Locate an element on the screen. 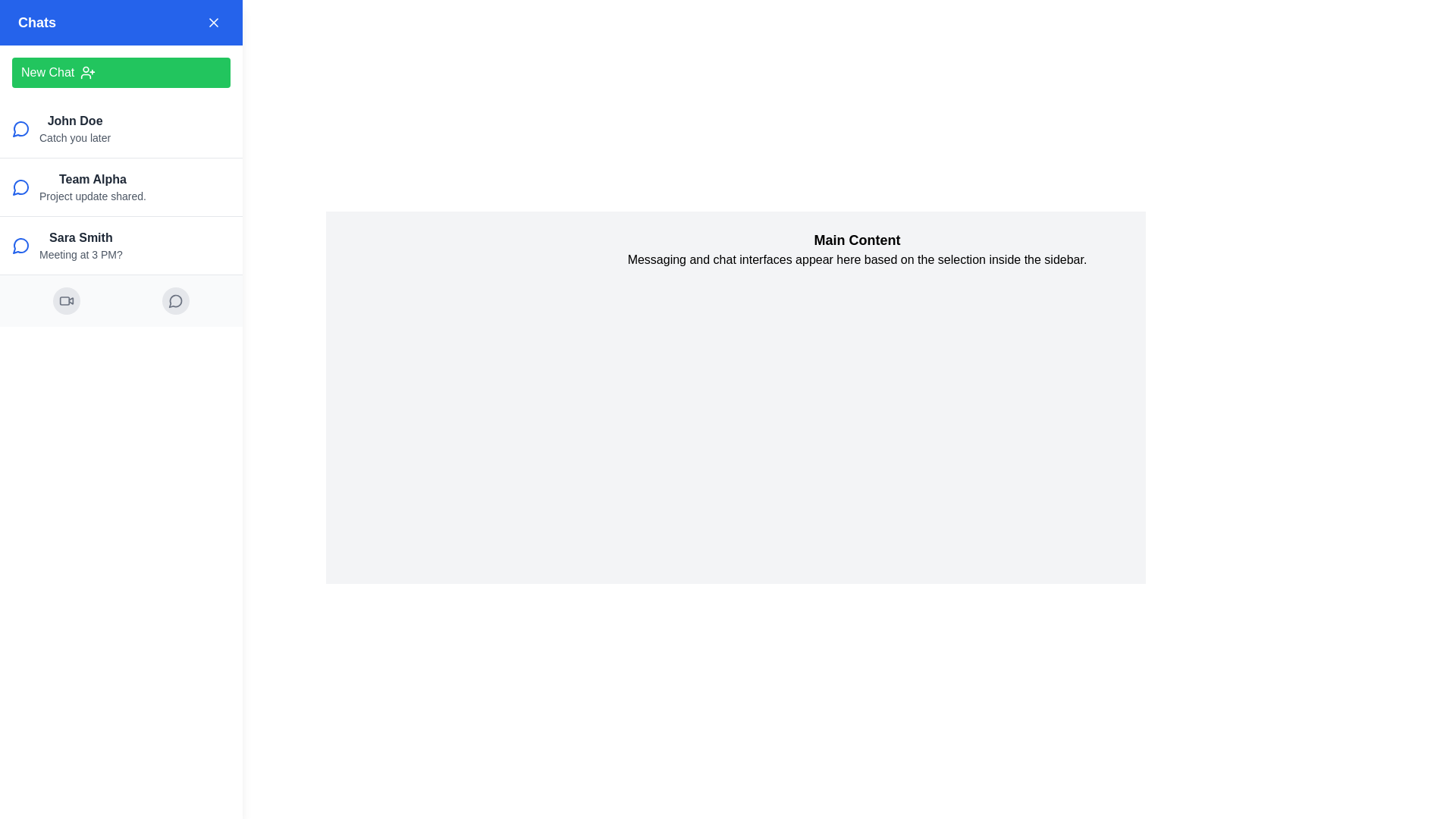  the 'Team Alpha' clickable list item, which features a blue circular chat bubble icon and the text 'Project update shared.' is located at coordinates (120, 186).